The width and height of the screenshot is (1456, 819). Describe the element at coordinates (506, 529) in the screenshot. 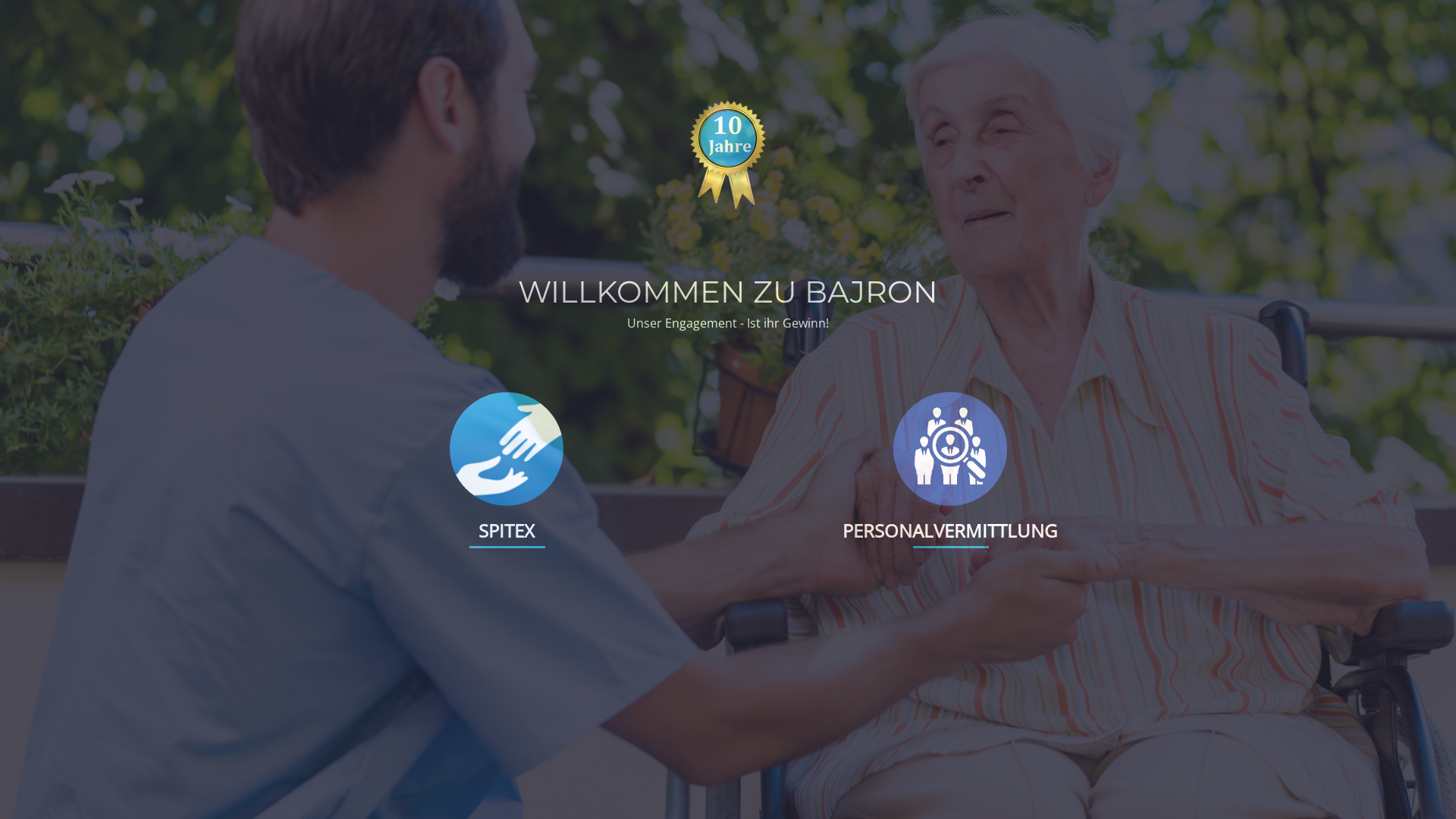

I see `'SPITEX'` at that location.